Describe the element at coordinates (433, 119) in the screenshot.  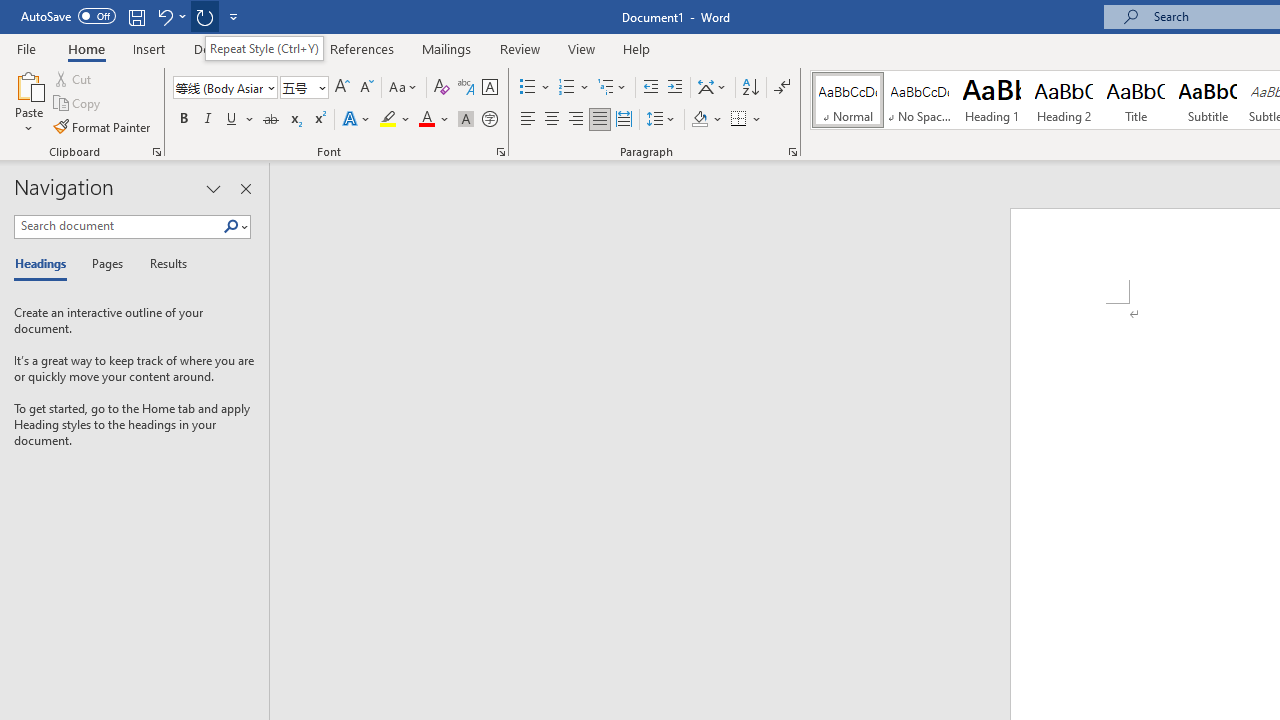
I see `'Font Color'` at that location.